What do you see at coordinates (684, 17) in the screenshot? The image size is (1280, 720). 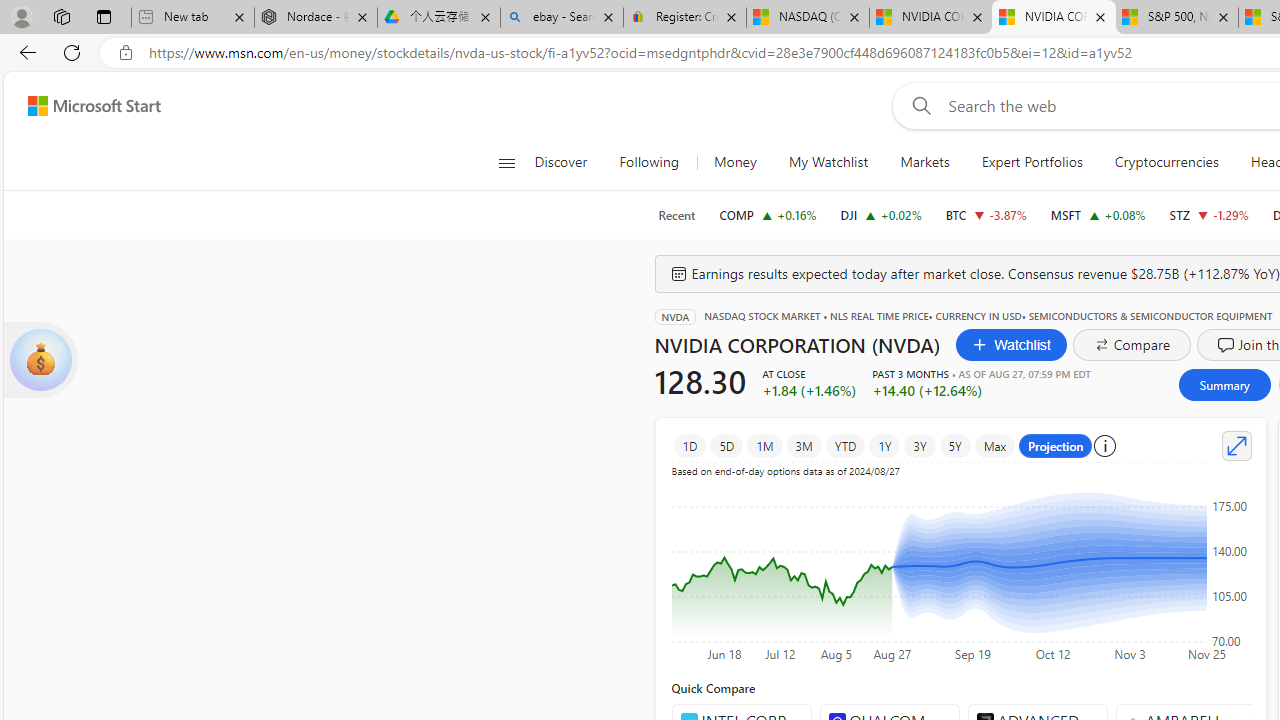 I see `'Register: Create a personal eBay account'` at bounding box center [684, 17].